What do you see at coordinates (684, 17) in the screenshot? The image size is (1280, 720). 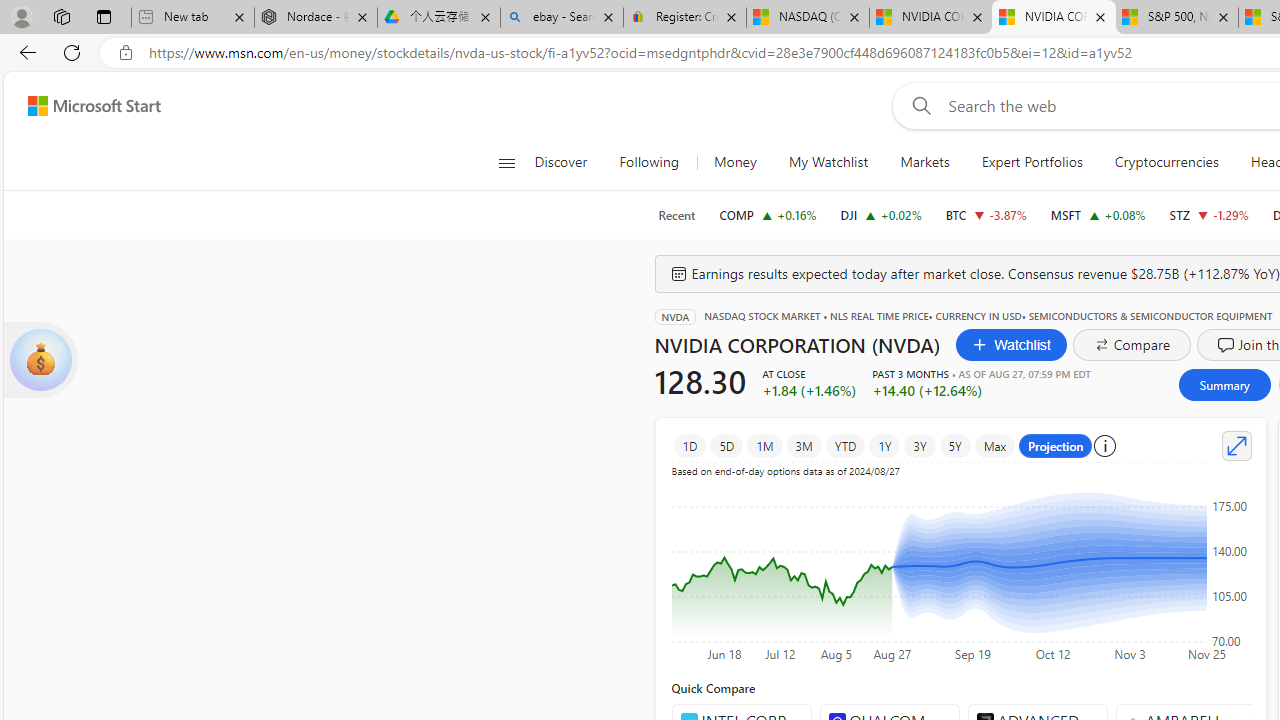 I see `'Register: Create a personal eBay account'` at bounding box center [684, 17].